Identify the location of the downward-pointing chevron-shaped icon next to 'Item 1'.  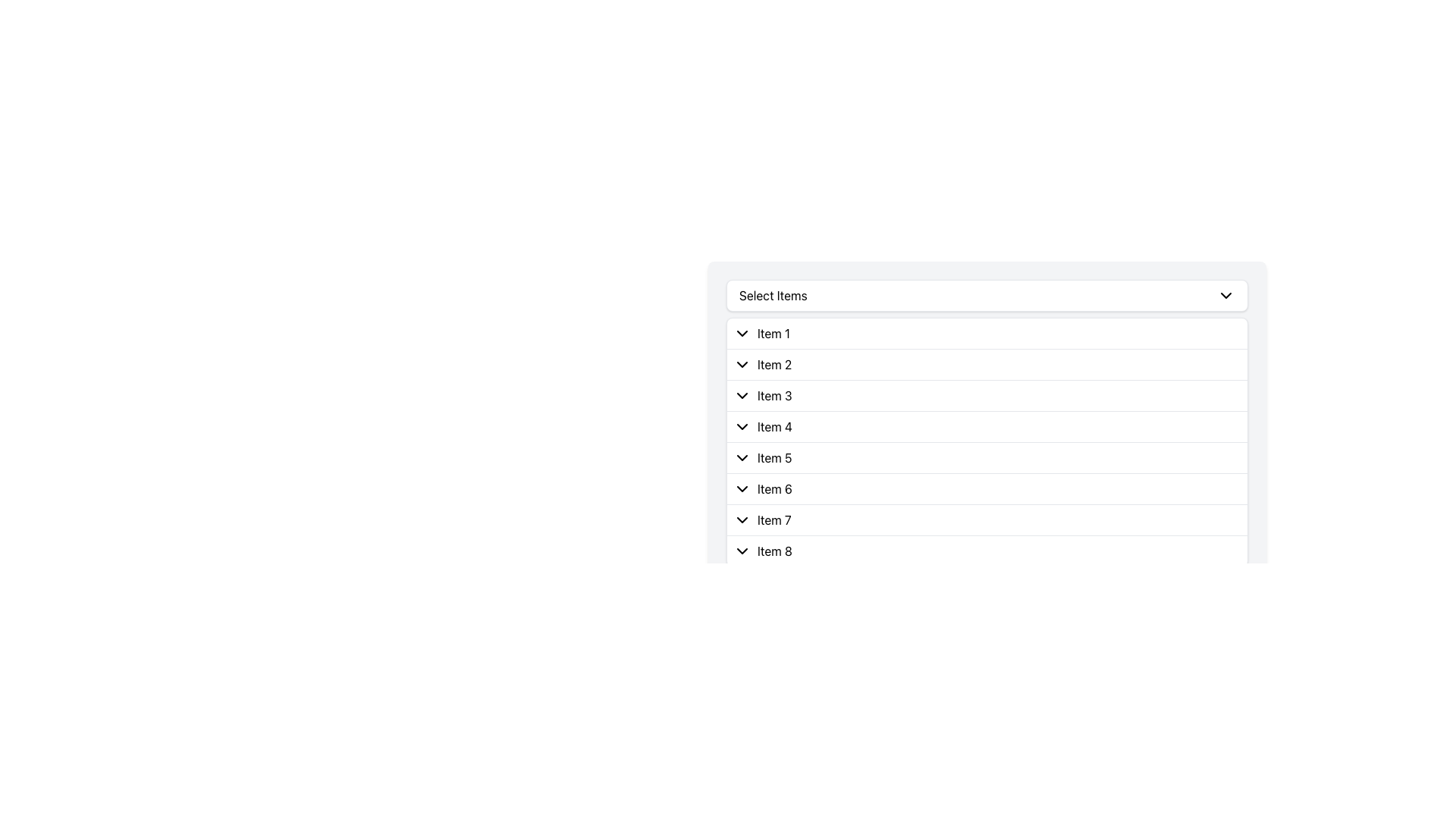
(742, 332).